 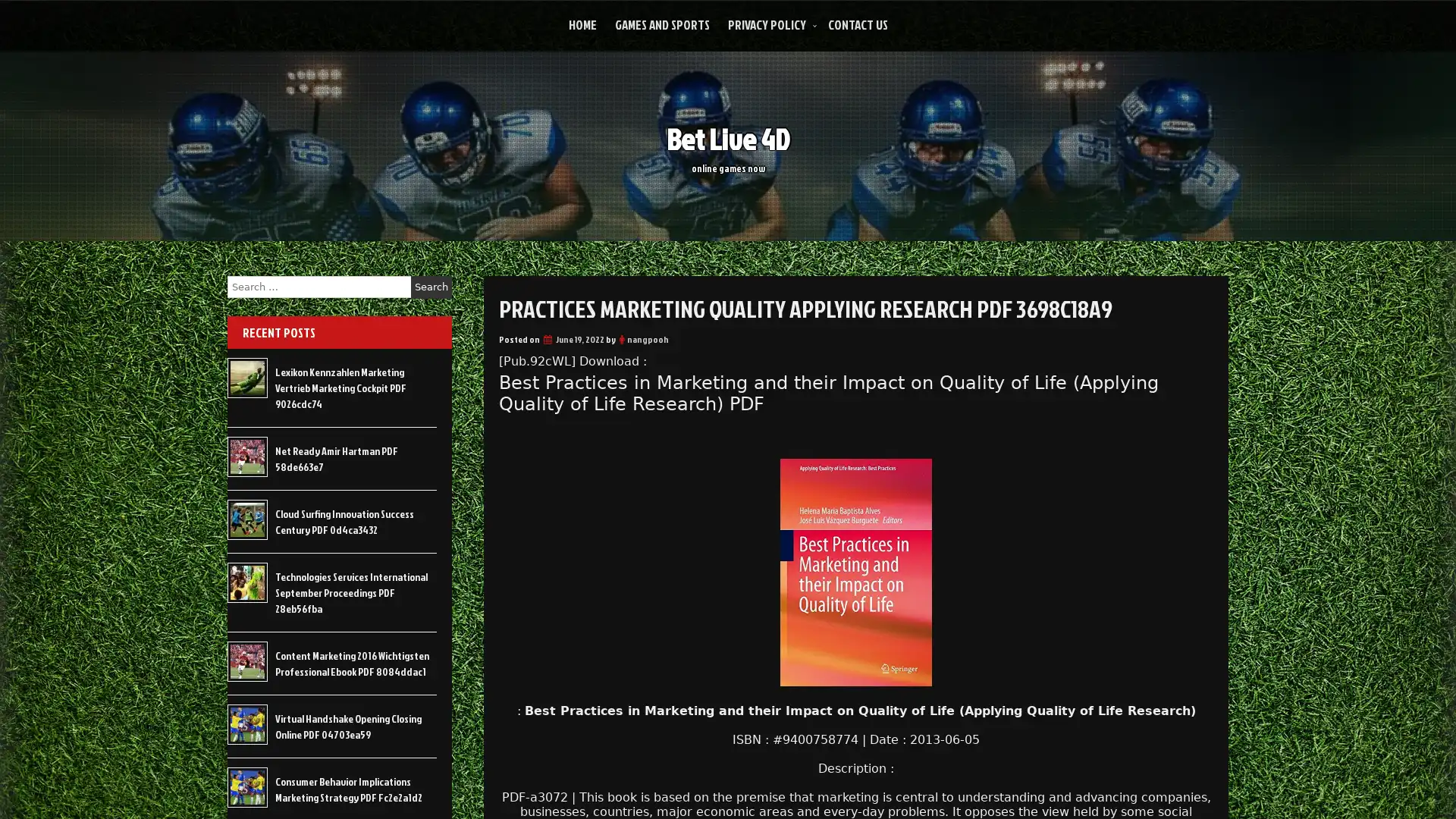 I want to click on Search, so click(x=431, y=287).